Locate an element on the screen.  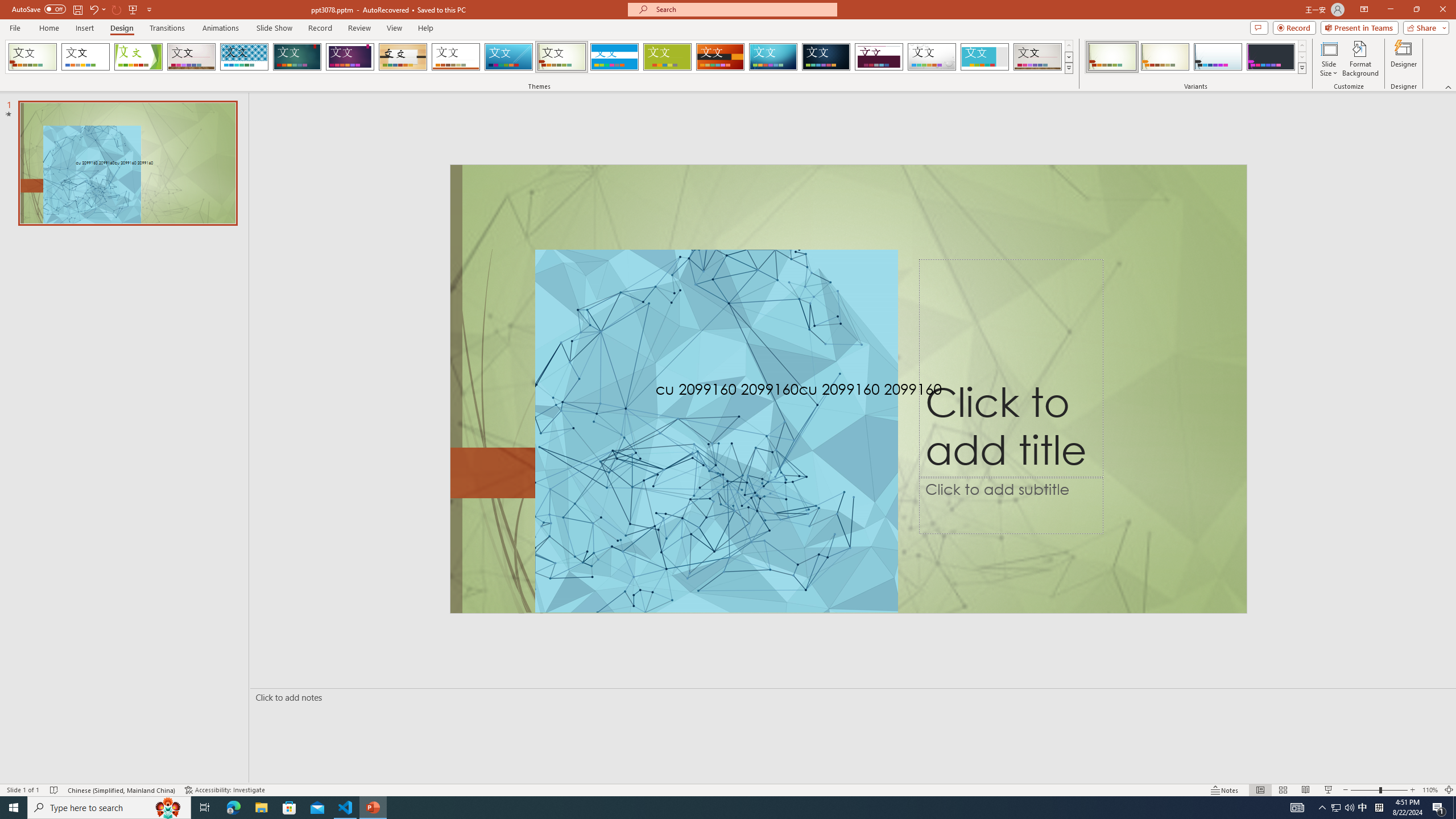
'Wisp Variant 4' is located at coordinates (1270, 56).